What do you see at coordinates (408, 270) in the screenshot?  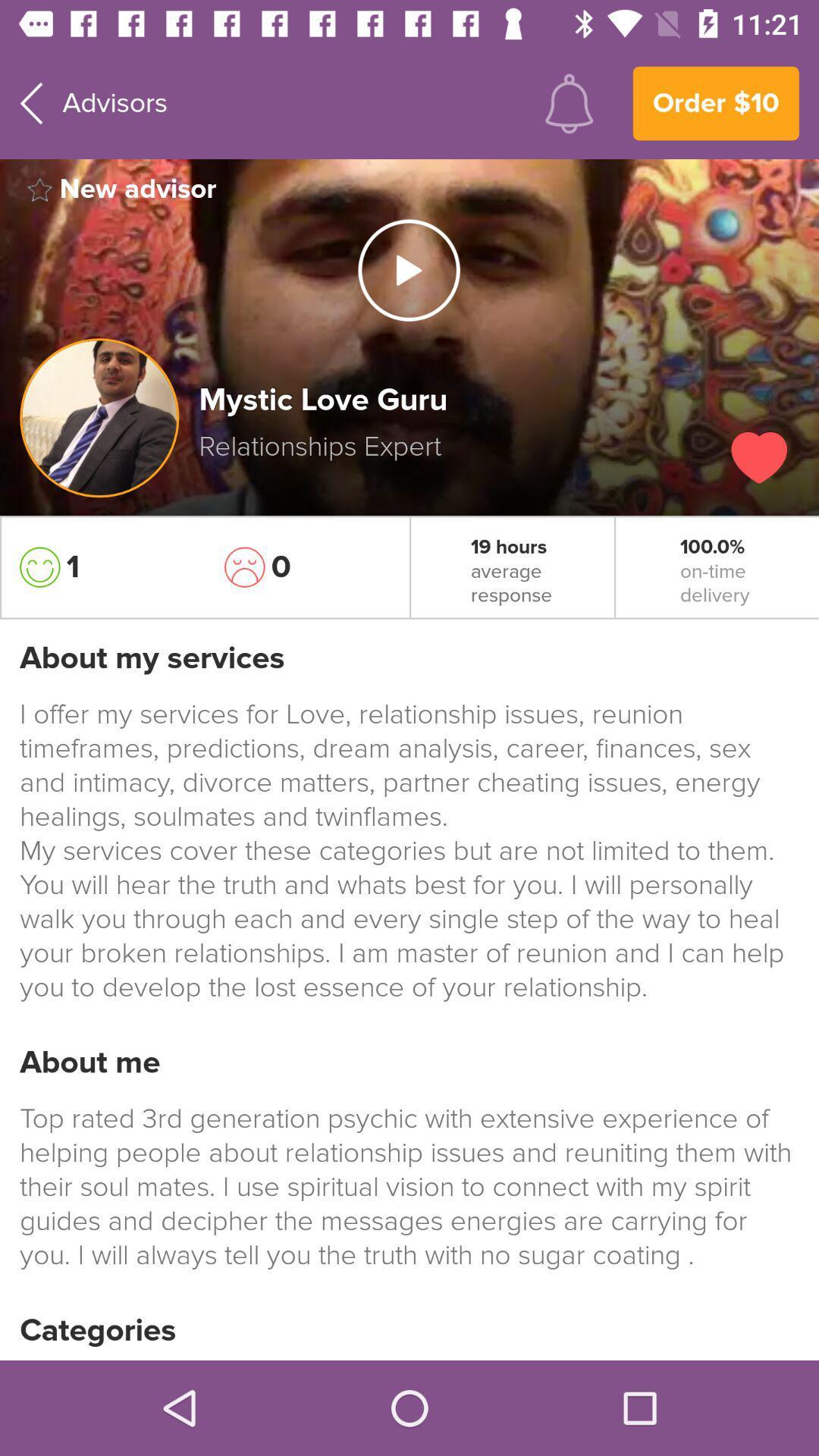 I see `video` at bounding box center [408, 270].